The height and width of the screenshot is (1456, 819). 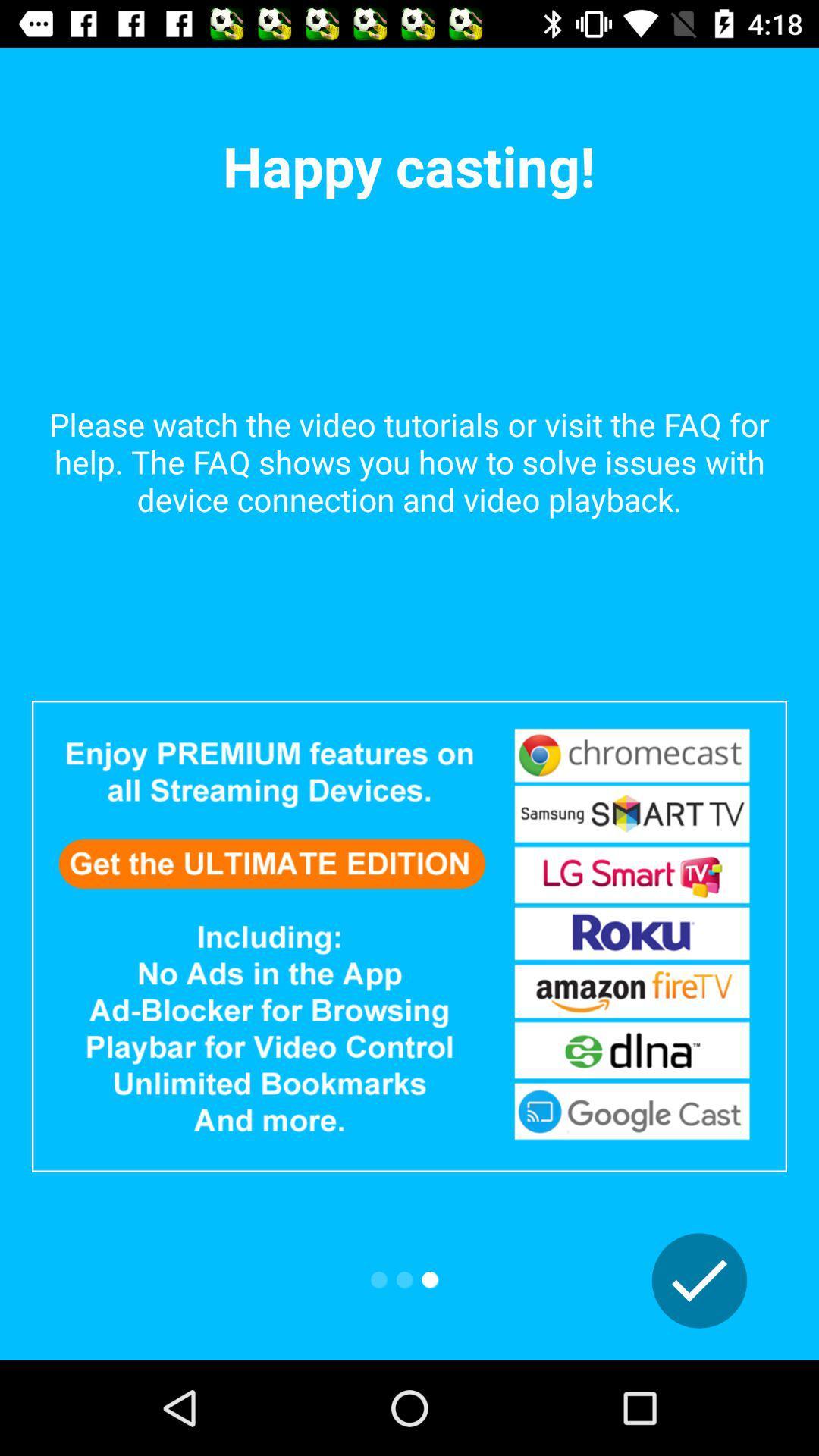 What do you see at coordinates (699, 1280) in the screenshot?
I see `the check icon` at bounding box center [699, 1280].